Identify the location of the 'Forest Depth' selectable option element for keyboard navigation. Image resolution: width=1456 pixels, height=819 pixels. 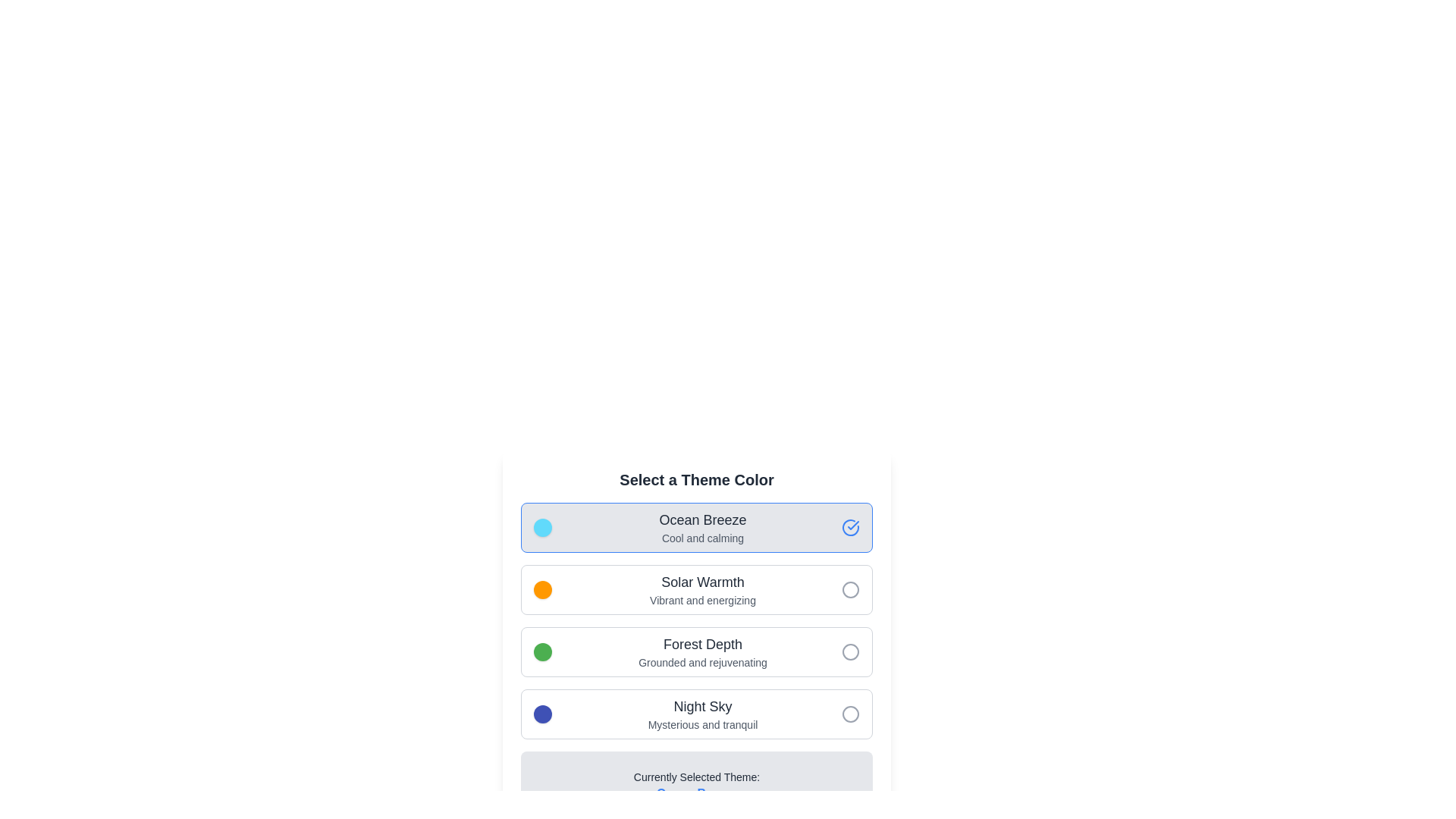
(695, 651).